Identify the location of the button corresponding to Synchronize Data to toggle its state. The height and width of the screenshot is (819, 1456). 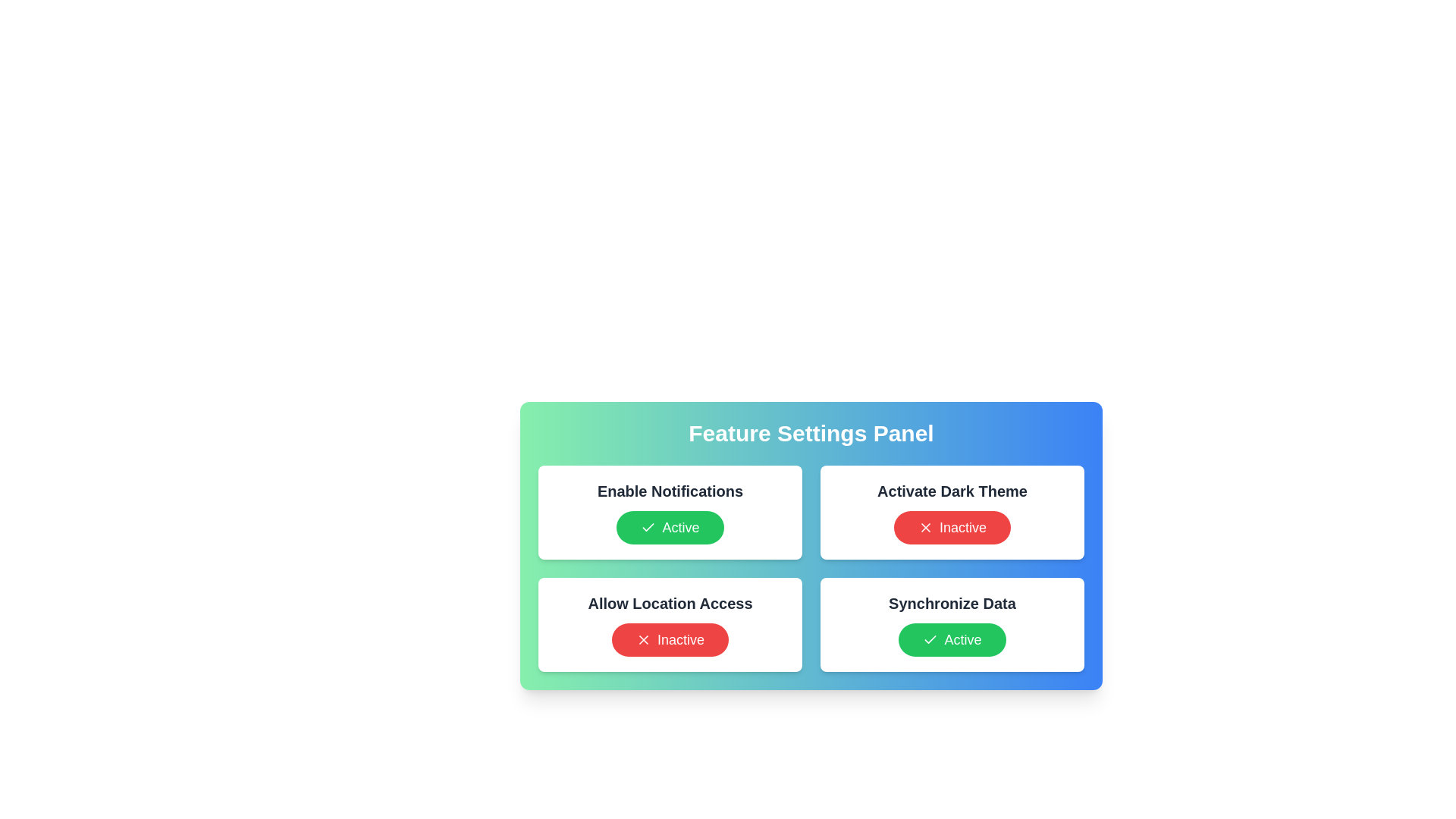
(952, 640).